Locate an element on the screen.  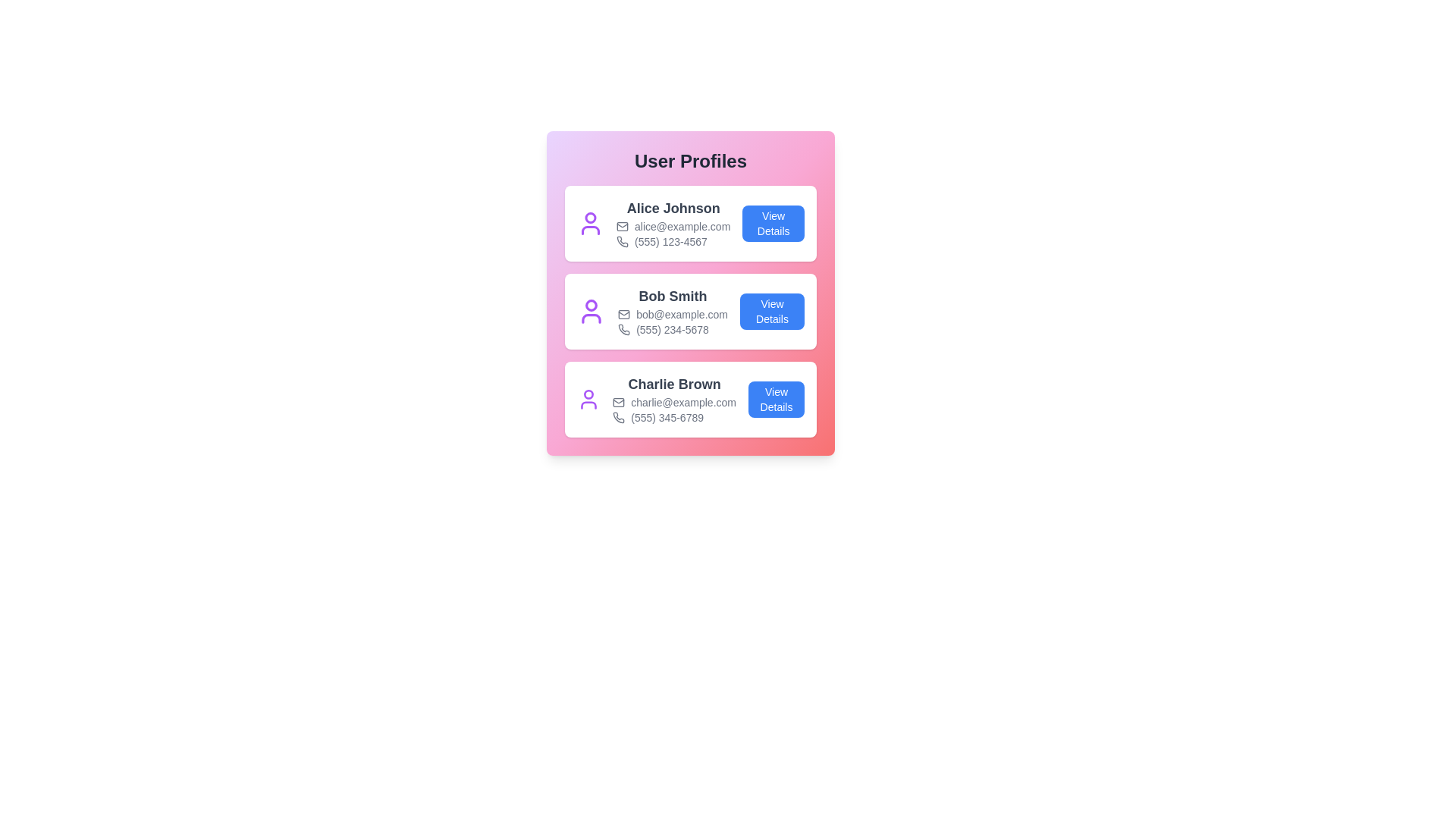
the user profile card for Charlie Brown is located at coordinates (690, 399).